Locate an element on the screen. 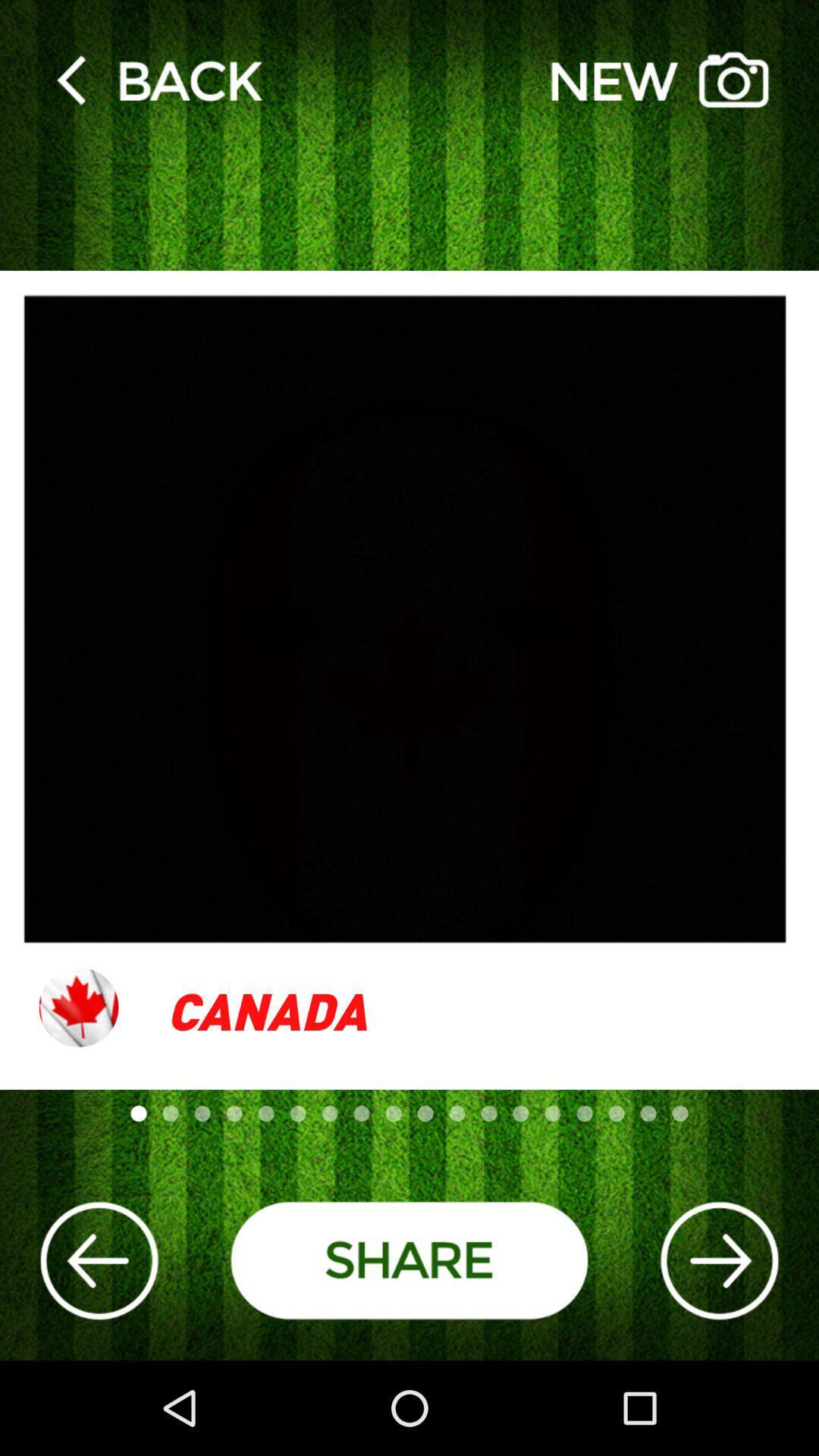  go back is located at coordinates (99, 1260).